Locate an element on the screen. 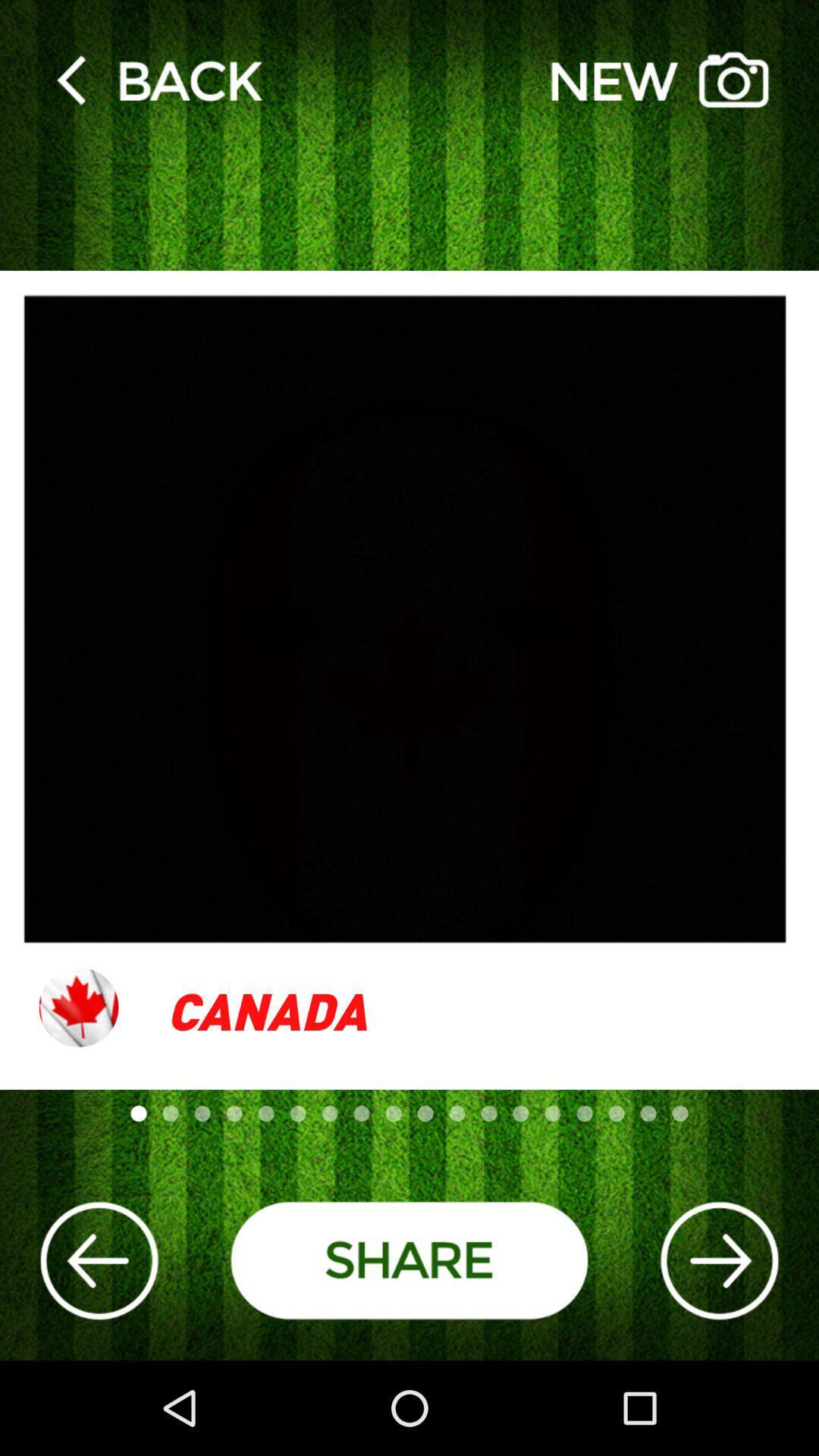  go back is located at coordinates (99, 1260).